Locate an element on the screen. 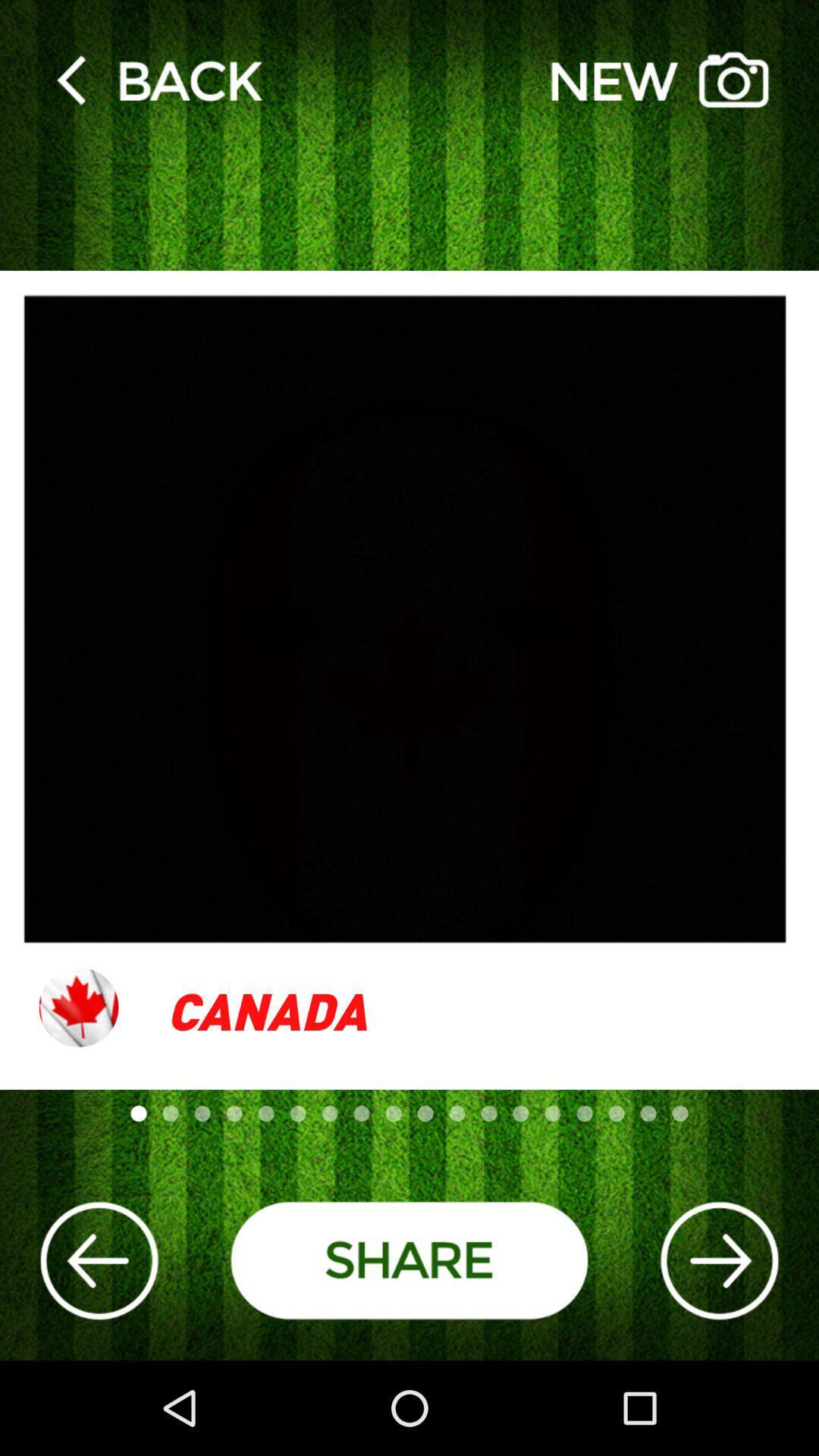  go back is located at coordinates (99, 1260).